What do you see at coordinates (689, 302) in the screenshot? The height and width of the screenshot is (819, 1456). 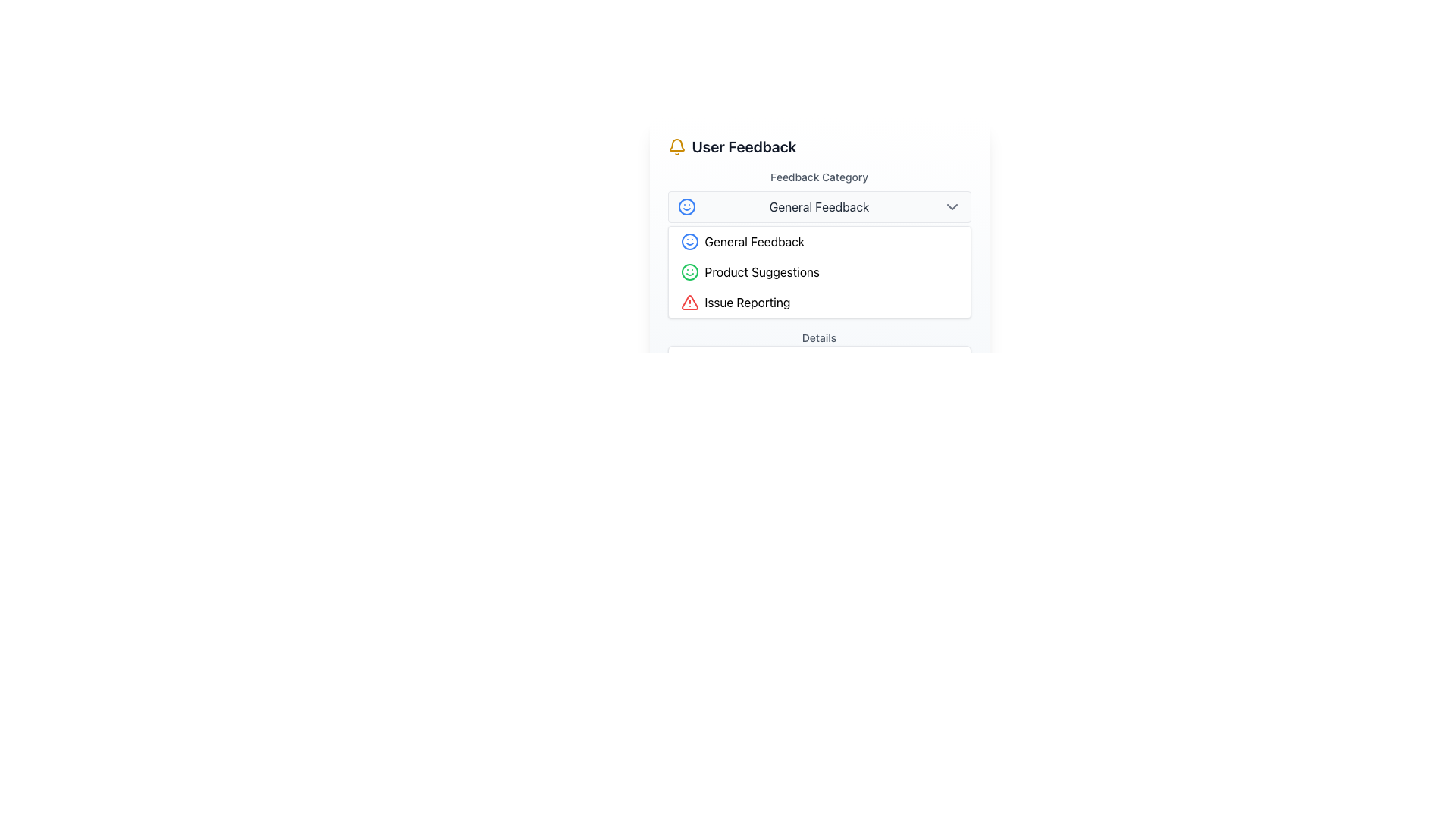 I see `the warning alert icon located near the top-left corner of the 'User Feedback' section to understand the important information or error it signifies` at bounding box center [689, 302].